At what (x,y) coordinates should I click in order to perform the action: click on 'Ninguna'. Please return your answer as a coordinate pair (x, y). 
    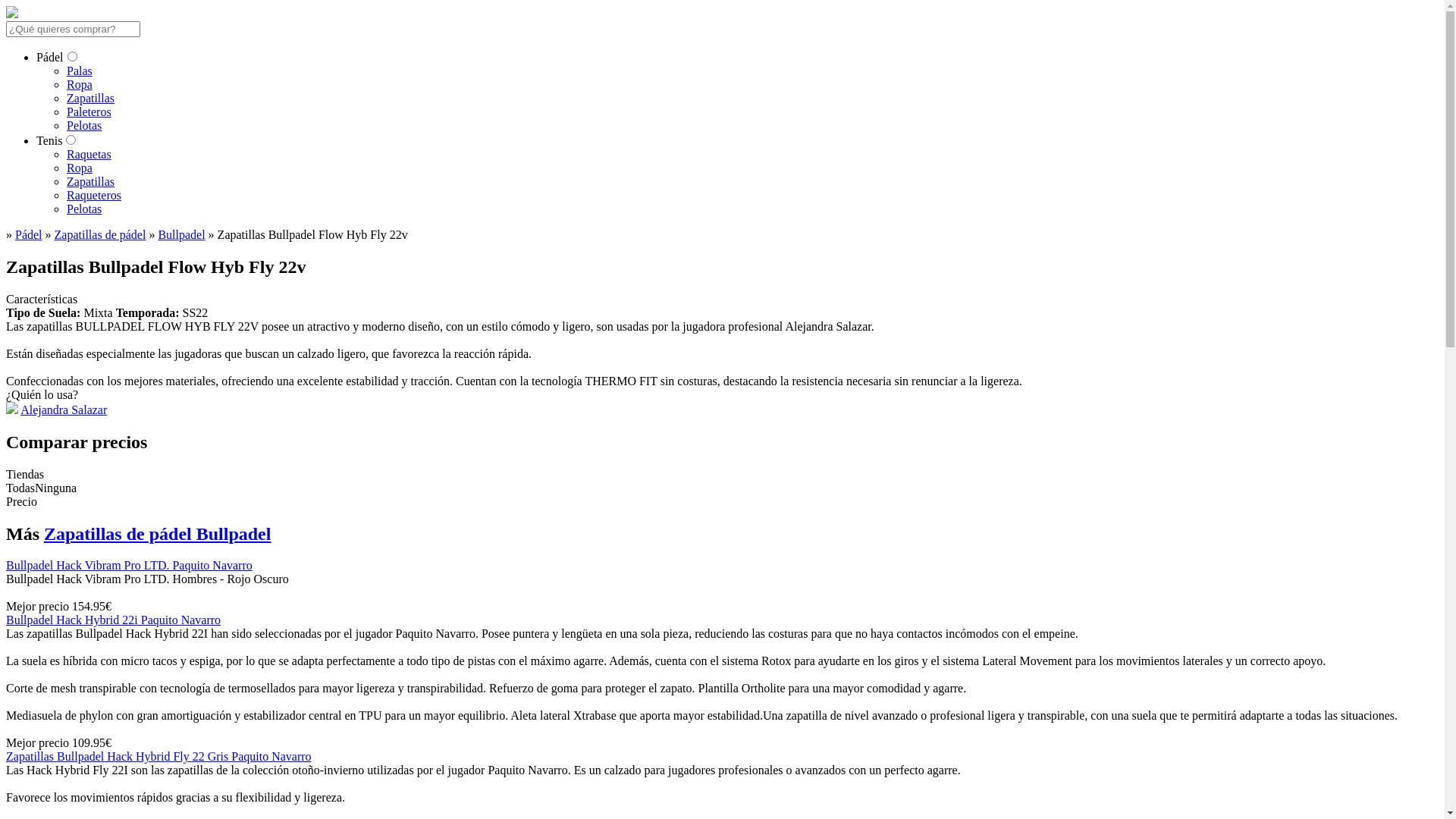
    Looking at the image, I should click on (35, 488).